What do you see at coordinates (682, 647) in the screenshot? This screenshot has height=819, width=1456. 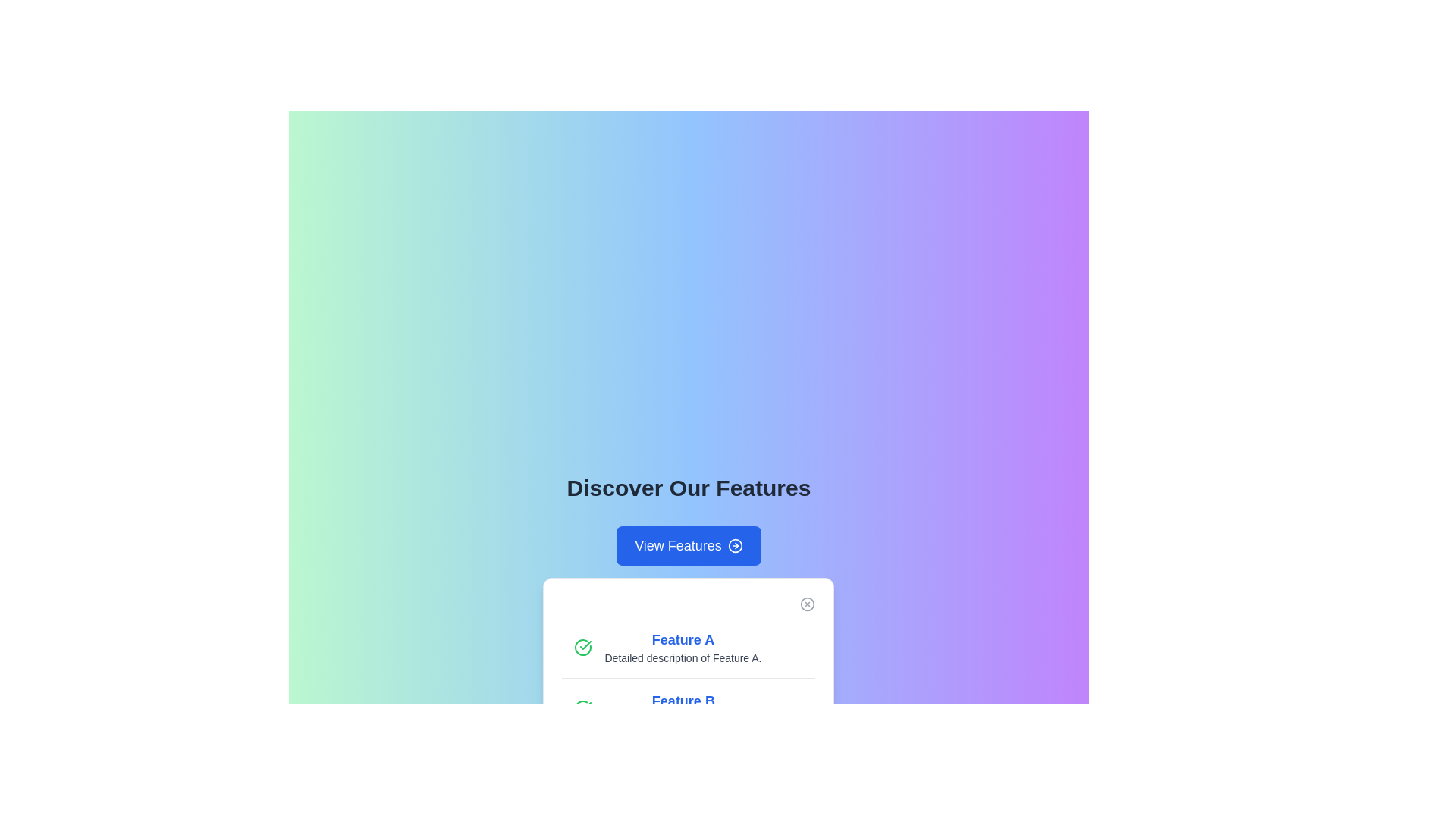 I see `text content of the Text block titled 'Feature A' with a subtitle 'Detailed description of Feature A.' located in the center section of the card under the header 'Discover Our Features.'` at bounding box center [682, 647].